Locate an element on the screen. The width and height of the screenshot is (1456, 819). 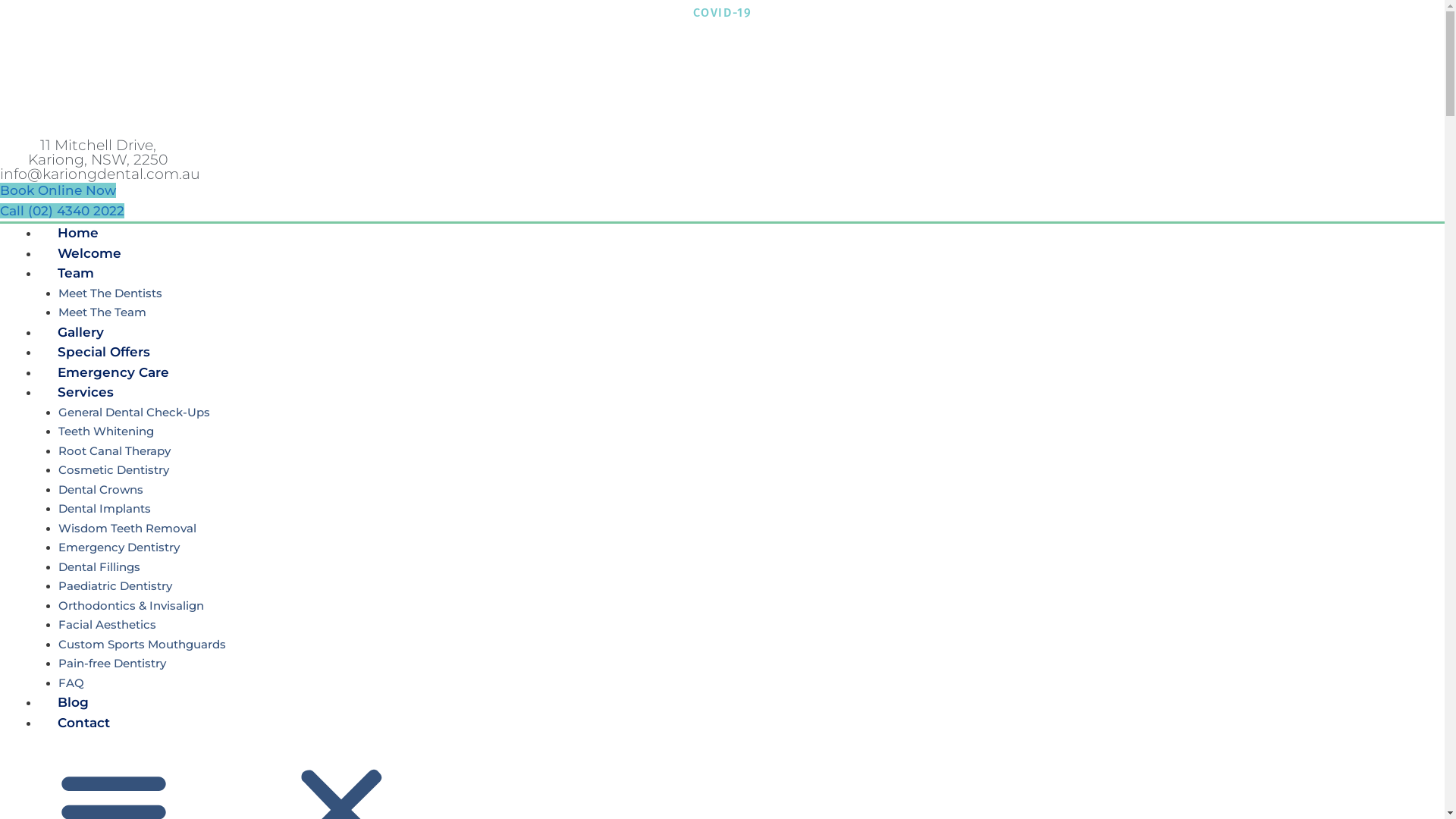
'Book Online Now' is located at coordinates (58, 189).